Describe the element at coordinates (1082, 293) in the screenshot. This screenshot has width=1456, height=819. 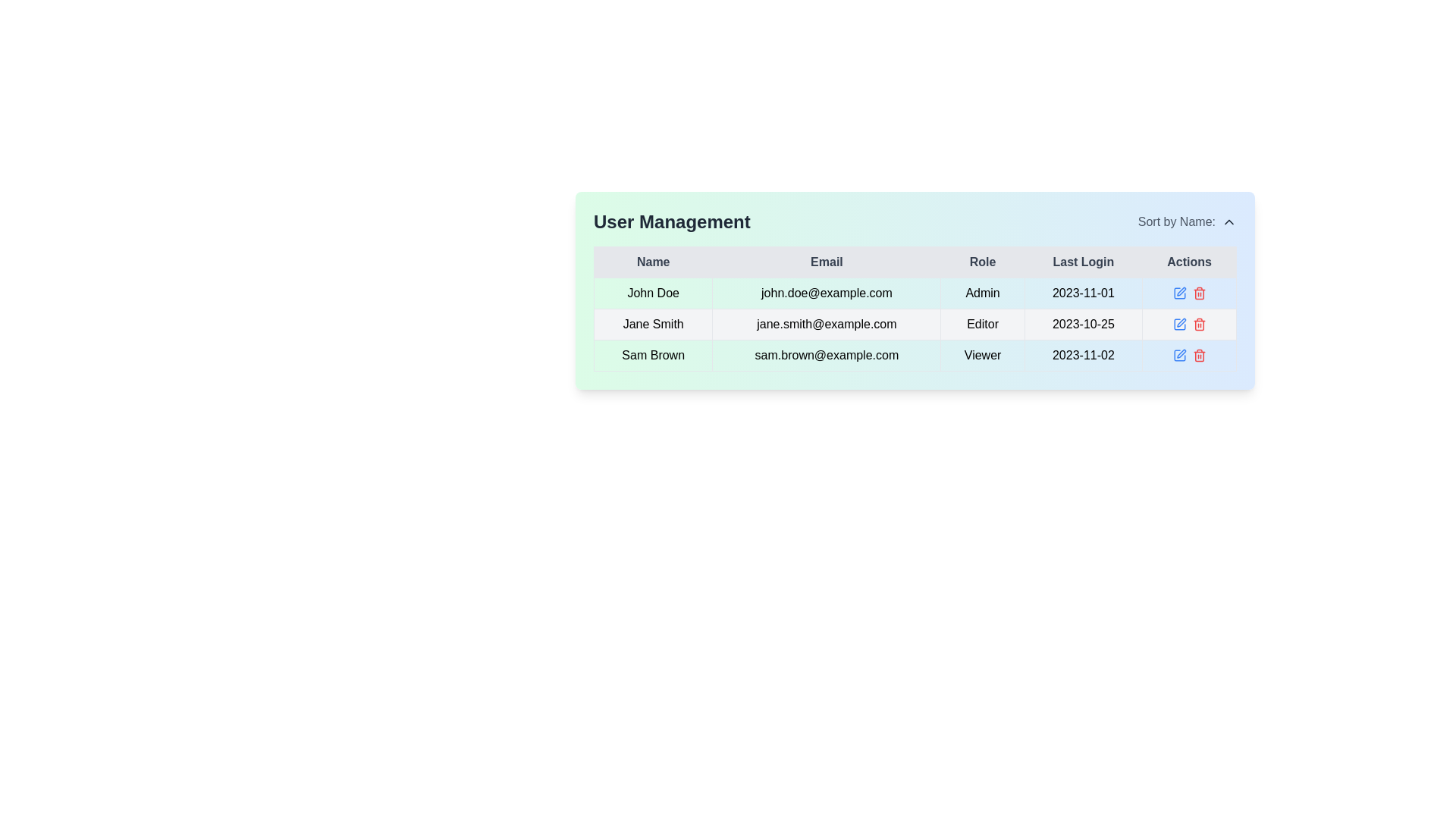
I see `text displayed for the last login date of the user 'John Doe' in the user management interface, located in the 'Last Login' column of the table` at that location.